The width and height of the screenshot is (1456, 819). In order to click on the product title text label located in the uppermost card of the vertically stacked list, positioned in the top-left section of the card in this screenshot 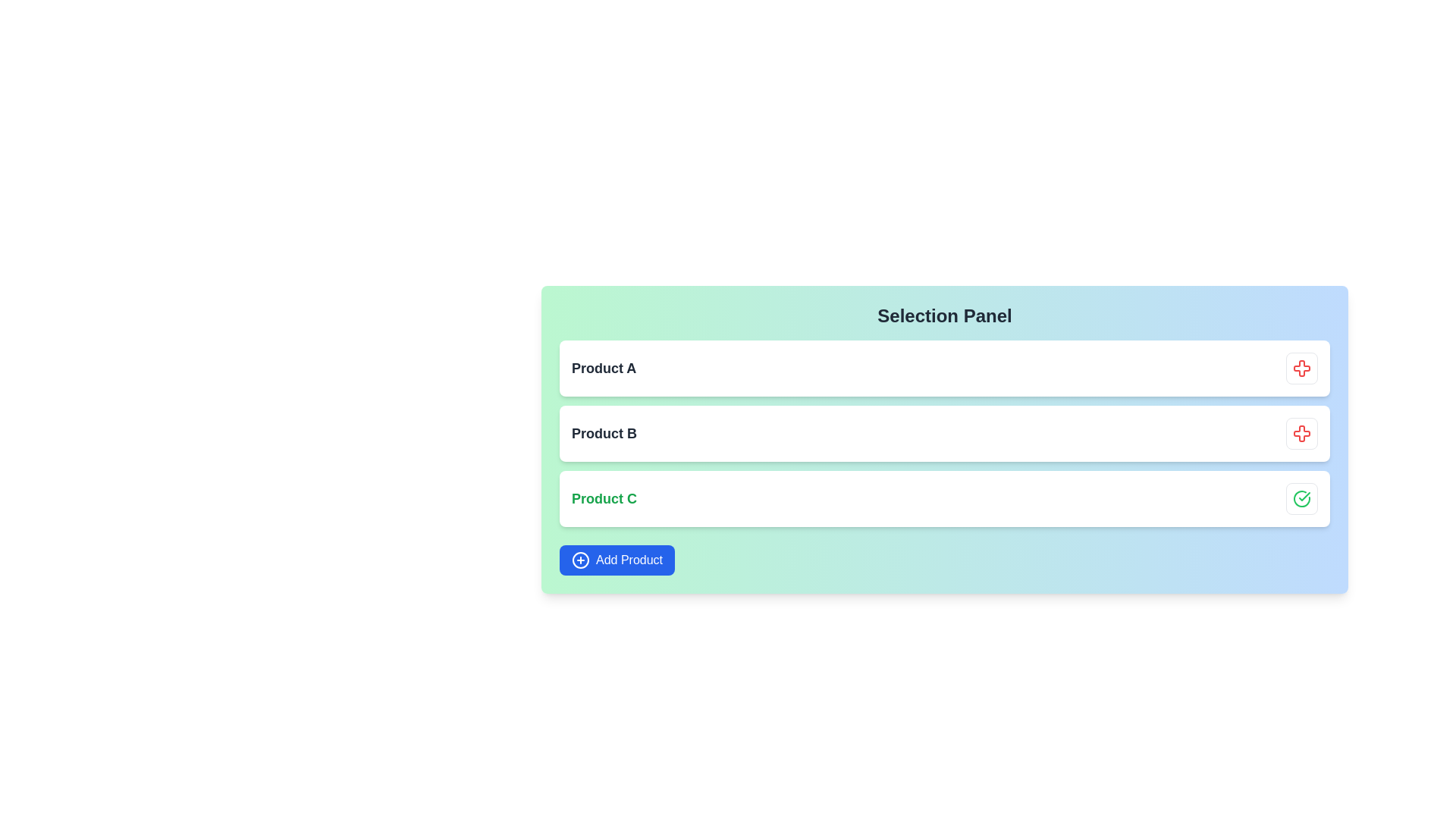, I will do `click(603, 369)`.